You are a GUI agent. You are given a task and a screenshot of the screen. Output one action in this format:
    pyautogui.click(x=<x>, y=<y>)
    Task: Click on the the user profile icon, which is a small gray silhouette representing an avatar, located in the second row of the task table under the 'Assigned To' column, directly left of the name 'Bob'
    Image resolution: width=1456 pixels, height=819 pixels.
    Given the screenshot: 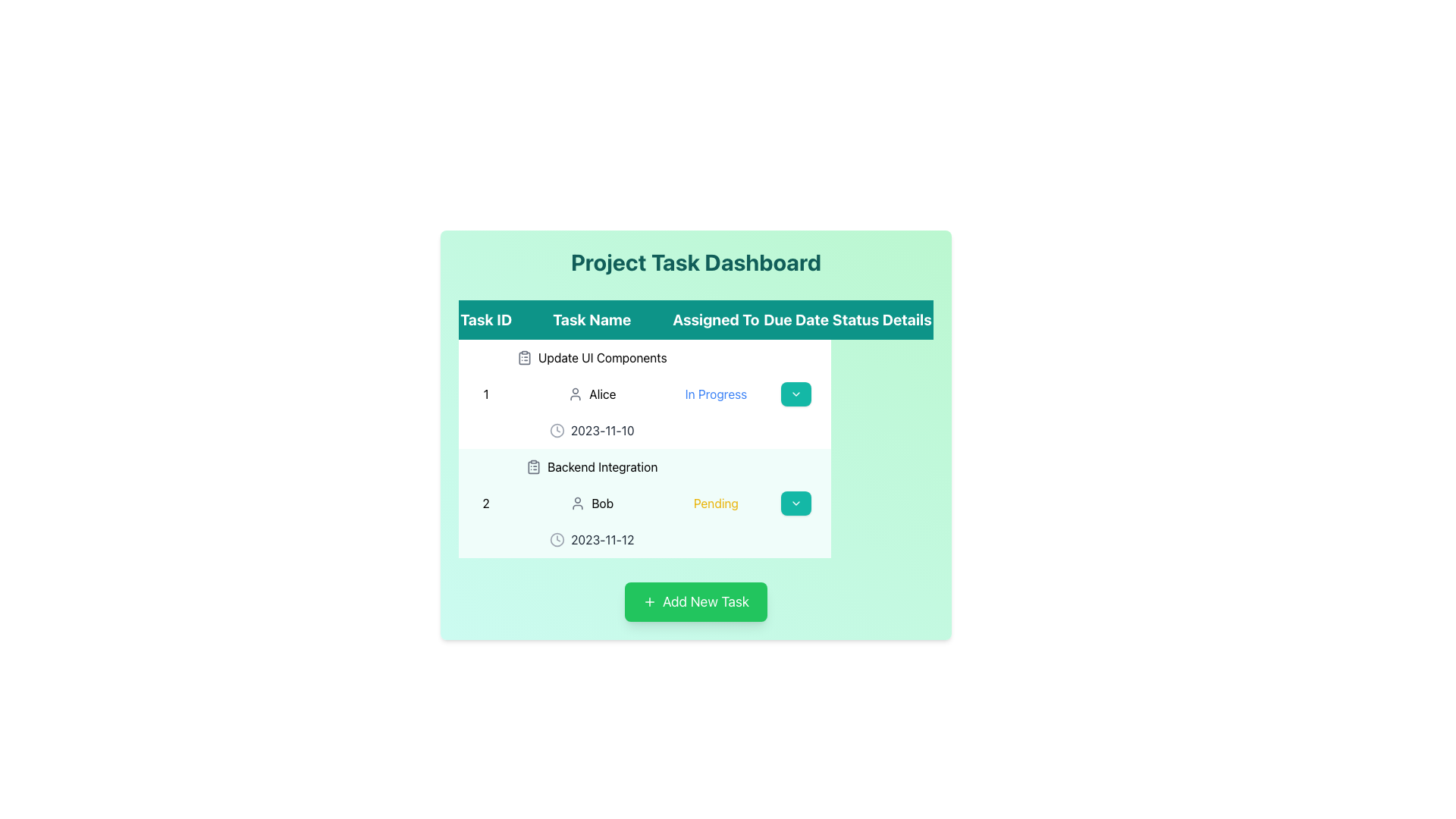 What is the action you would take?
    pyautogui.click(x=577, y=503)
    